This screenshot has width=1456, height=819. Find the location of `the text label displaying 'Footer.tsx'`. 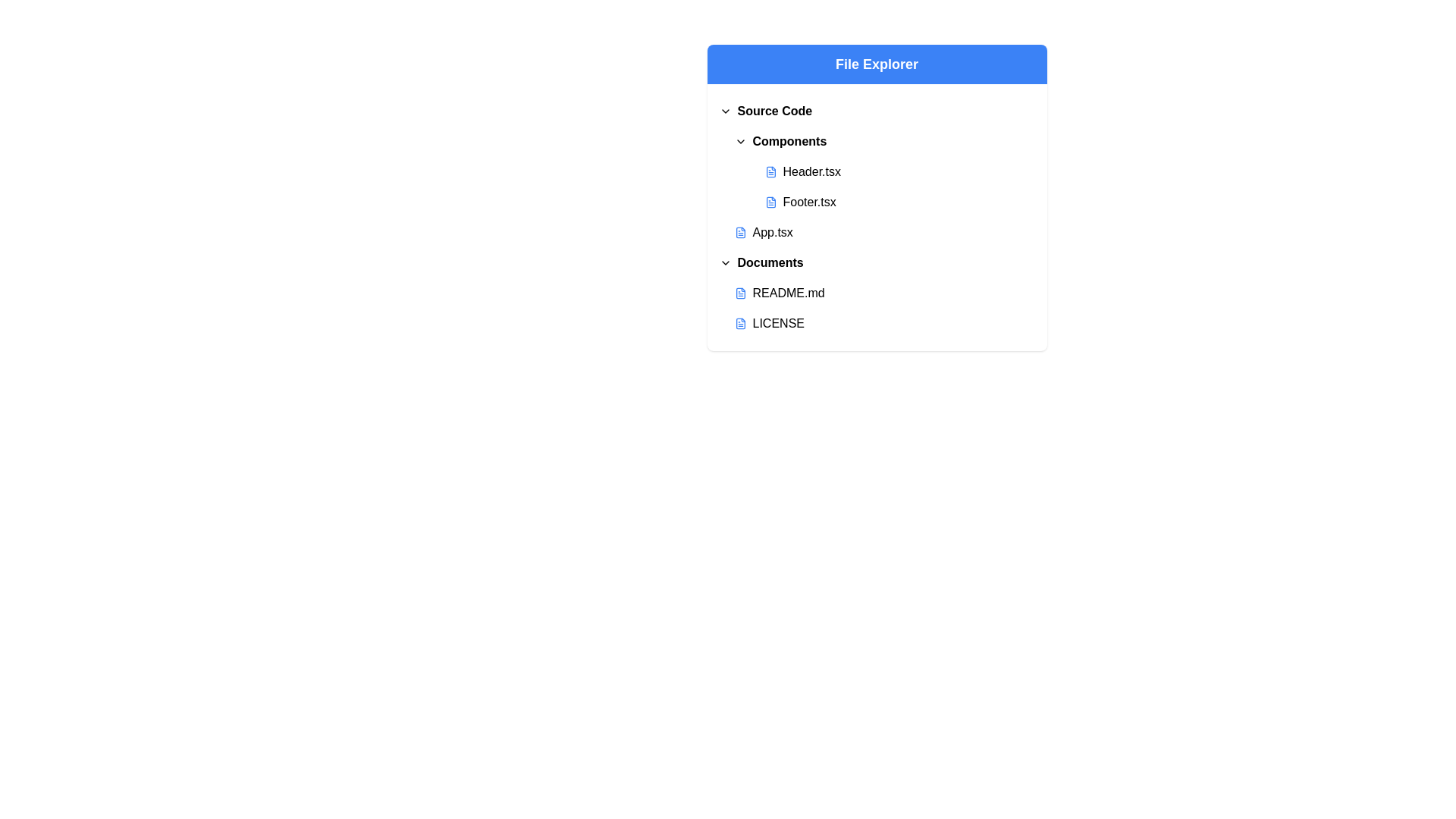

the text label displaying 'Footer.tsx' is located at coordinates (808, 201).